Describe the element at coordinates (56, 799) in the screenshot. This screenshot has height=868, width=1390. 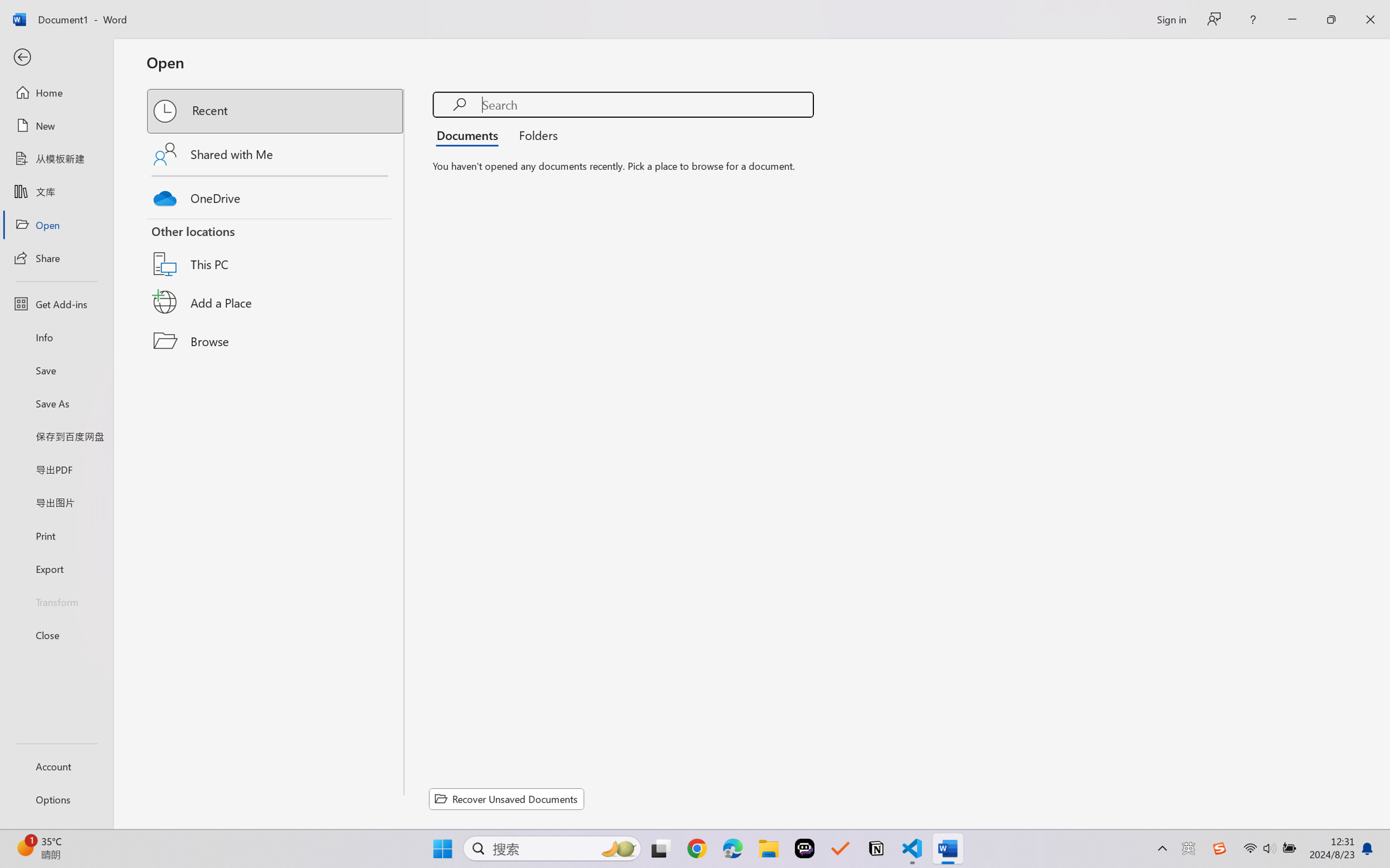
I see `'Options'` at that location.